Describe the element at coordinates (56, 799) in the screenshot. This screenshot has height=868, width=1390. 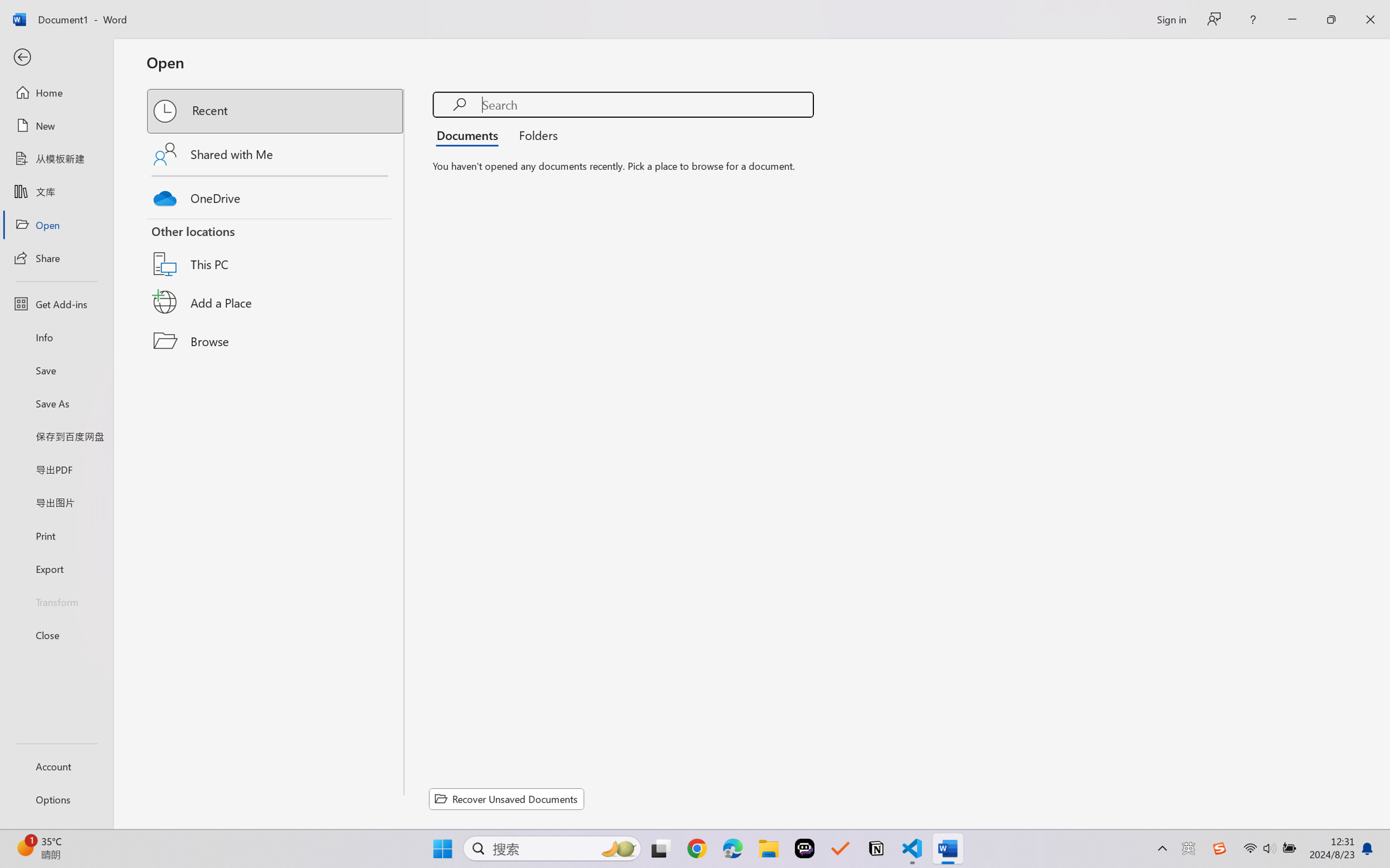
I see `'Options'` at that location.